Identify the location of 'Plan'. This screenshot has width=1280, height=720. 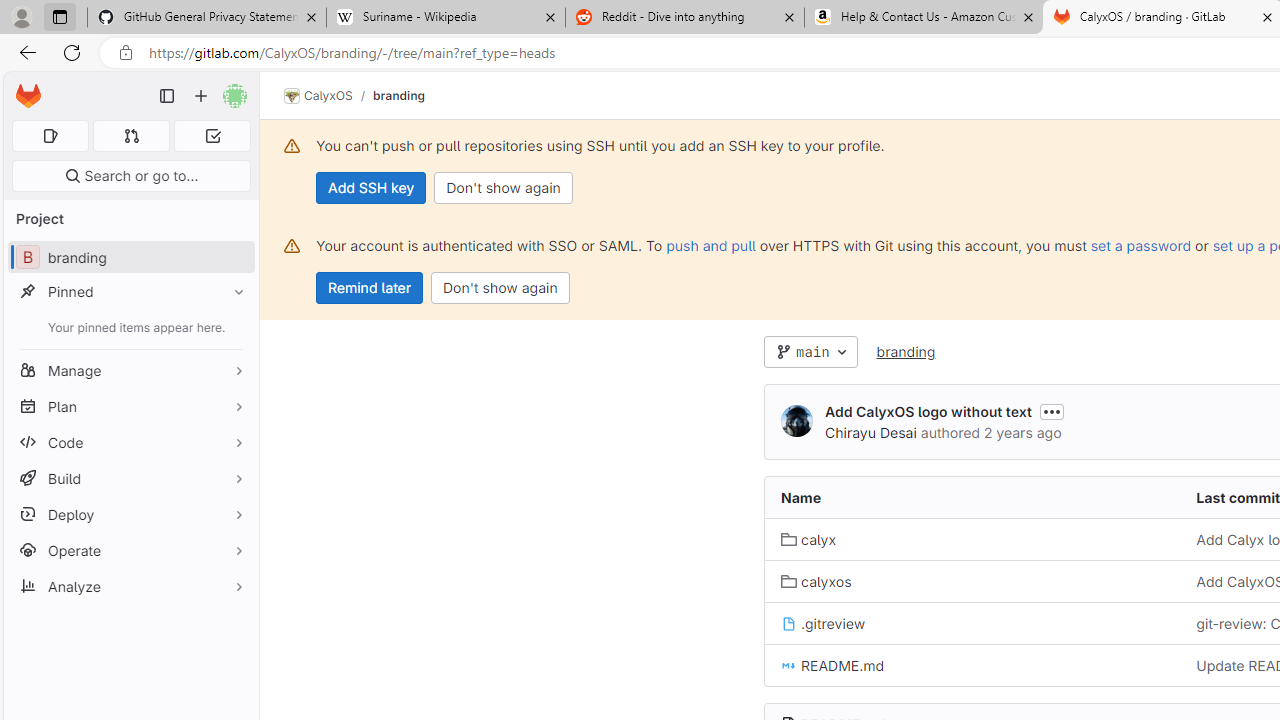
(130, 405).